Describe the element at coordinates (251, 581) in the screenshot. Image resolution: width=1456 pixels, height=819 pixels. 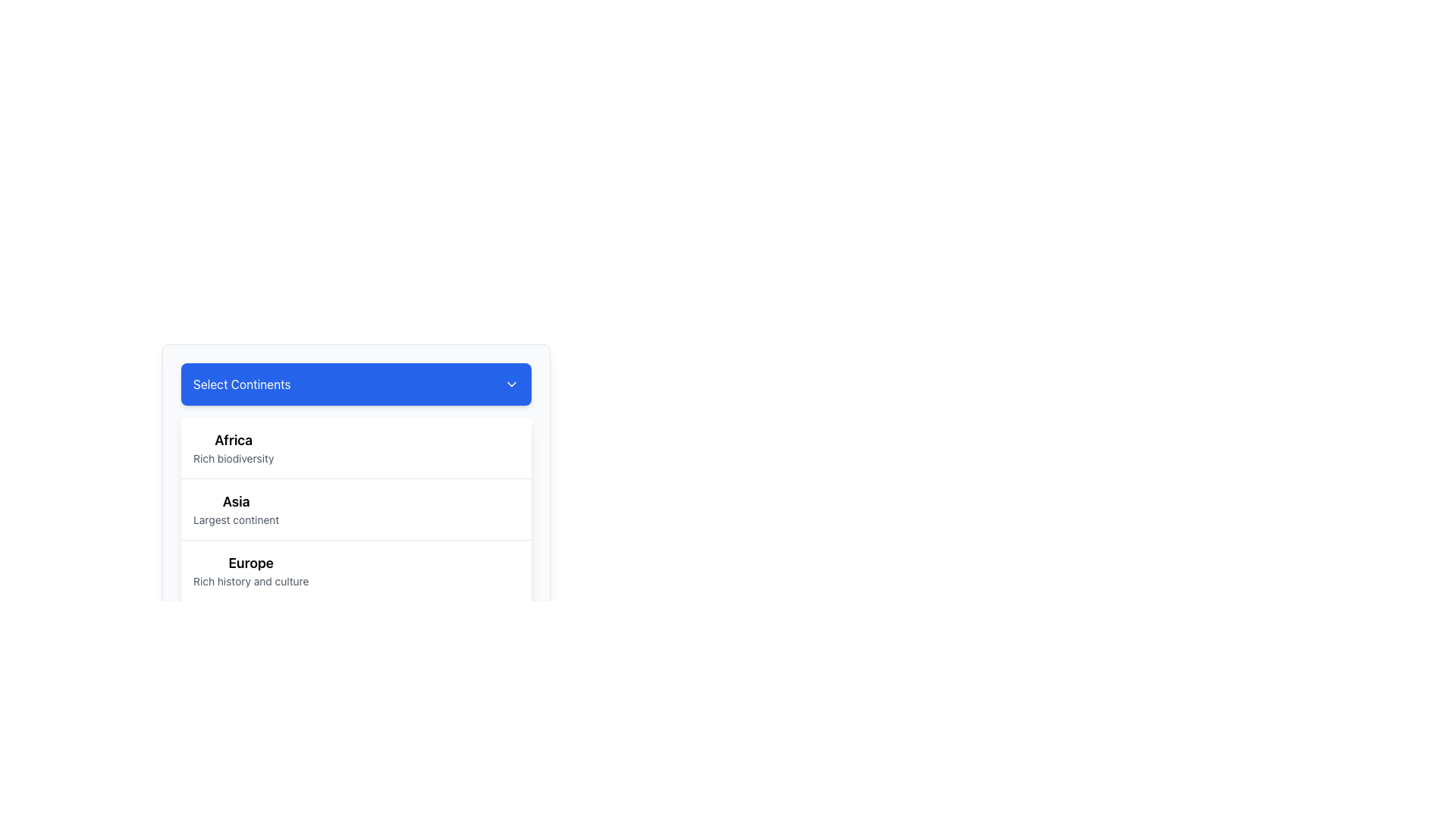
I see `descriptive subtitle text label located directly underneath the title 'Europe' in the dropdown menu` at that location.